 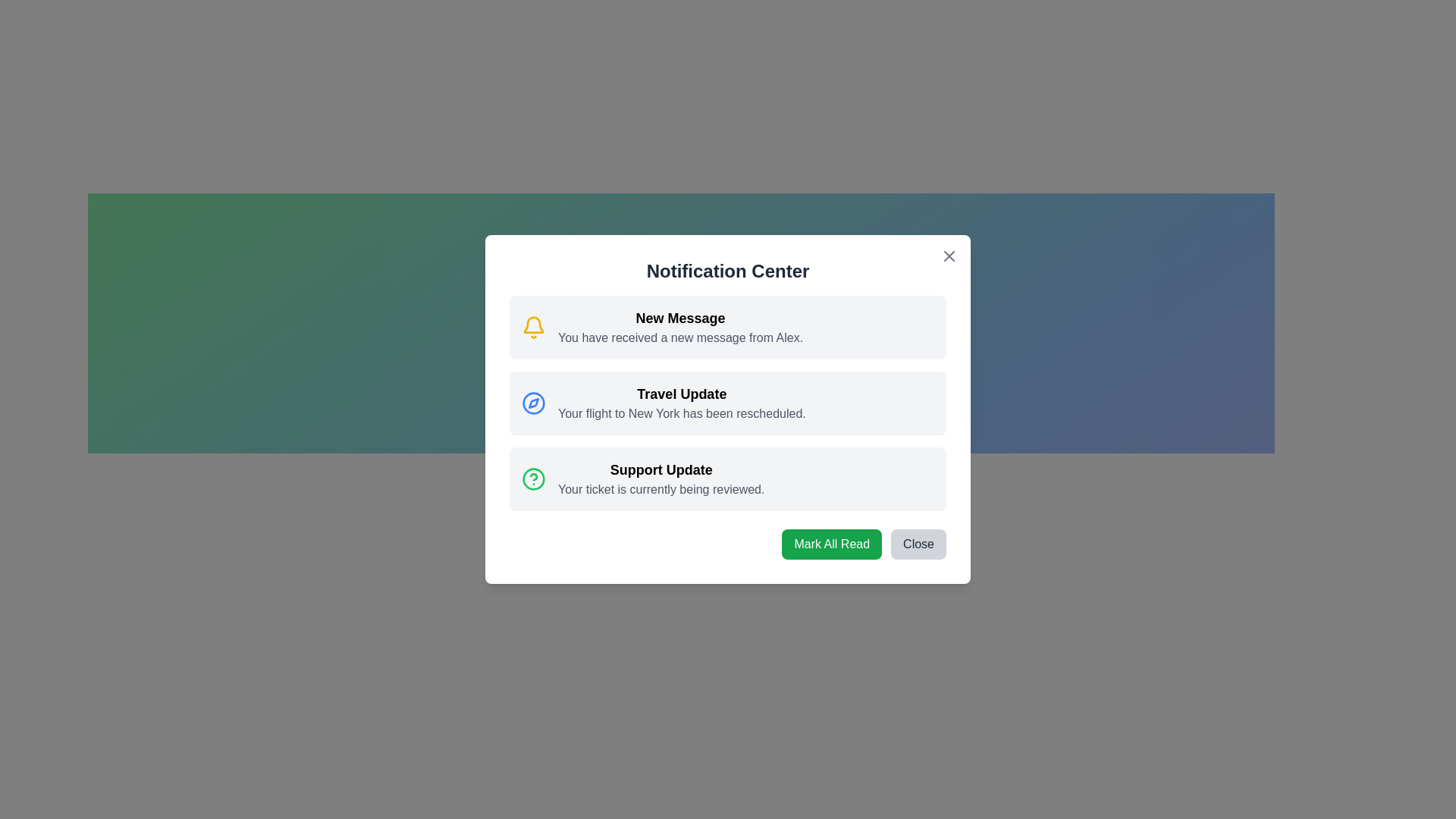 What do you see at coordinates (831, 543) in the screenshot?
I see `the 'Mark All Read' button with a green background and white text` at bounding box center [831, 543].